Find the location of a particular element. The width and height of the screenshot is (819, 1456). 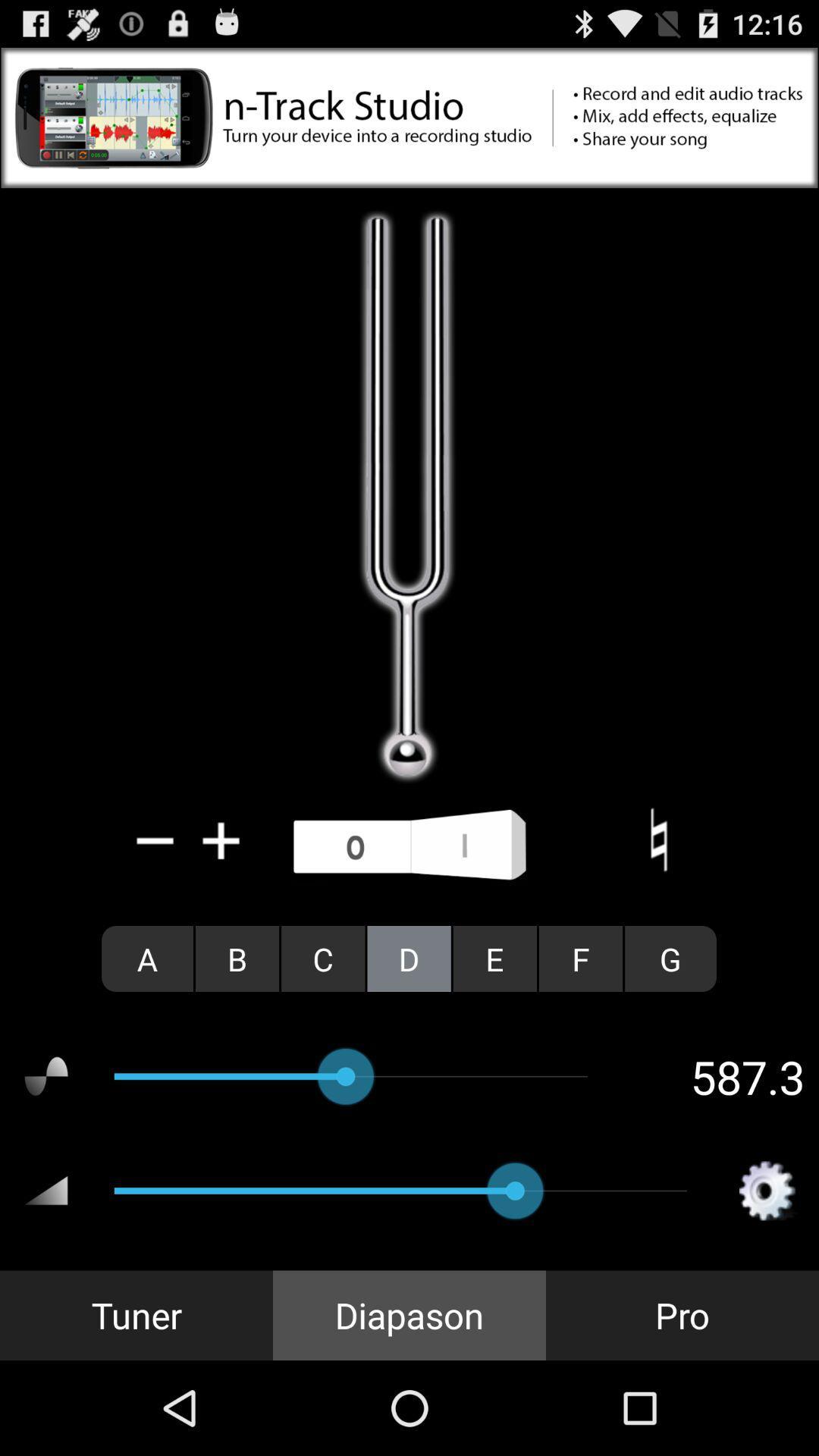

the app above the 587.3 is located at coordinates (580, 958).